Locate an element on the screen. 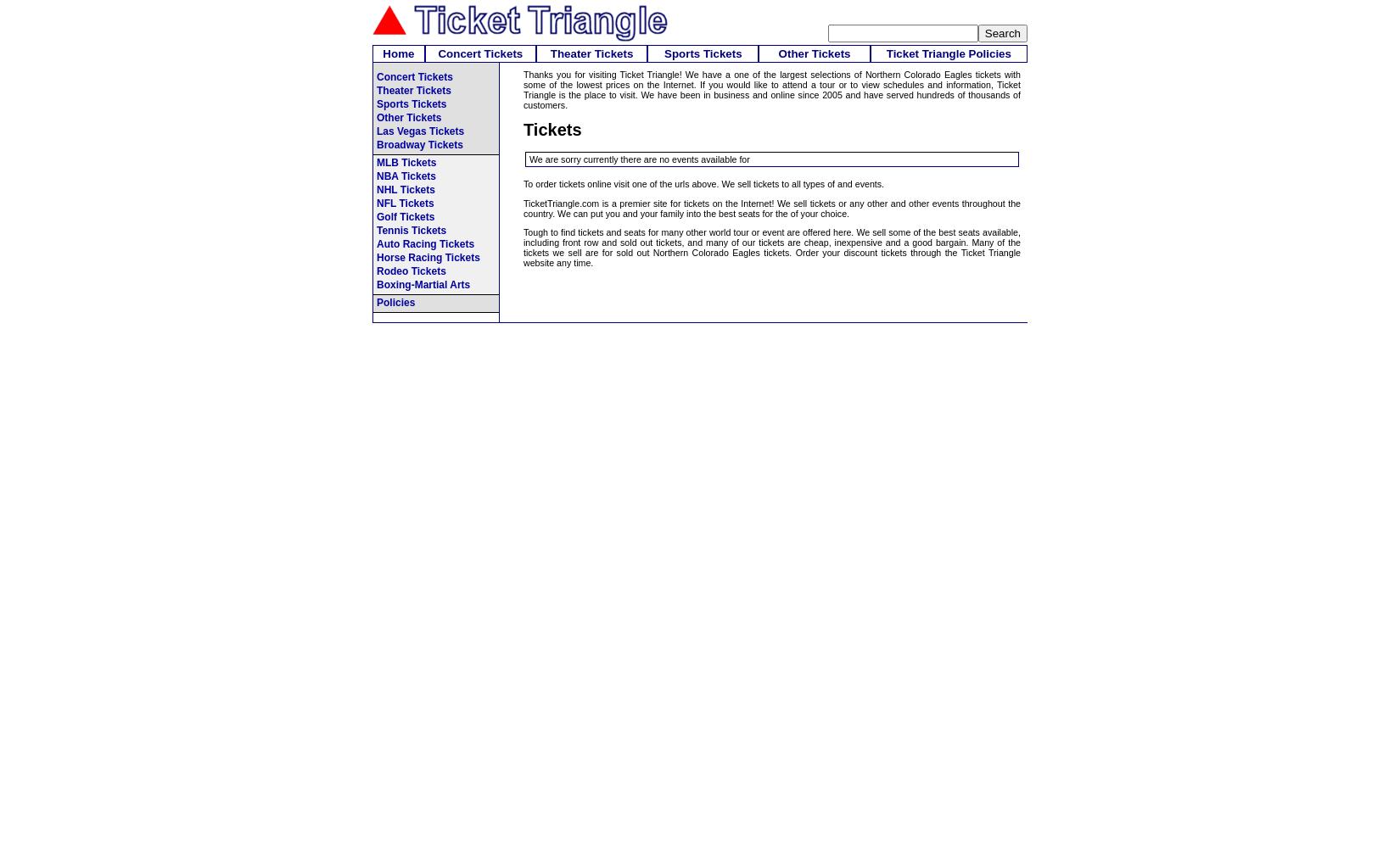 The image size is (1400, 848). 'Broadway Tickets' is located at coordinates (418, 145).